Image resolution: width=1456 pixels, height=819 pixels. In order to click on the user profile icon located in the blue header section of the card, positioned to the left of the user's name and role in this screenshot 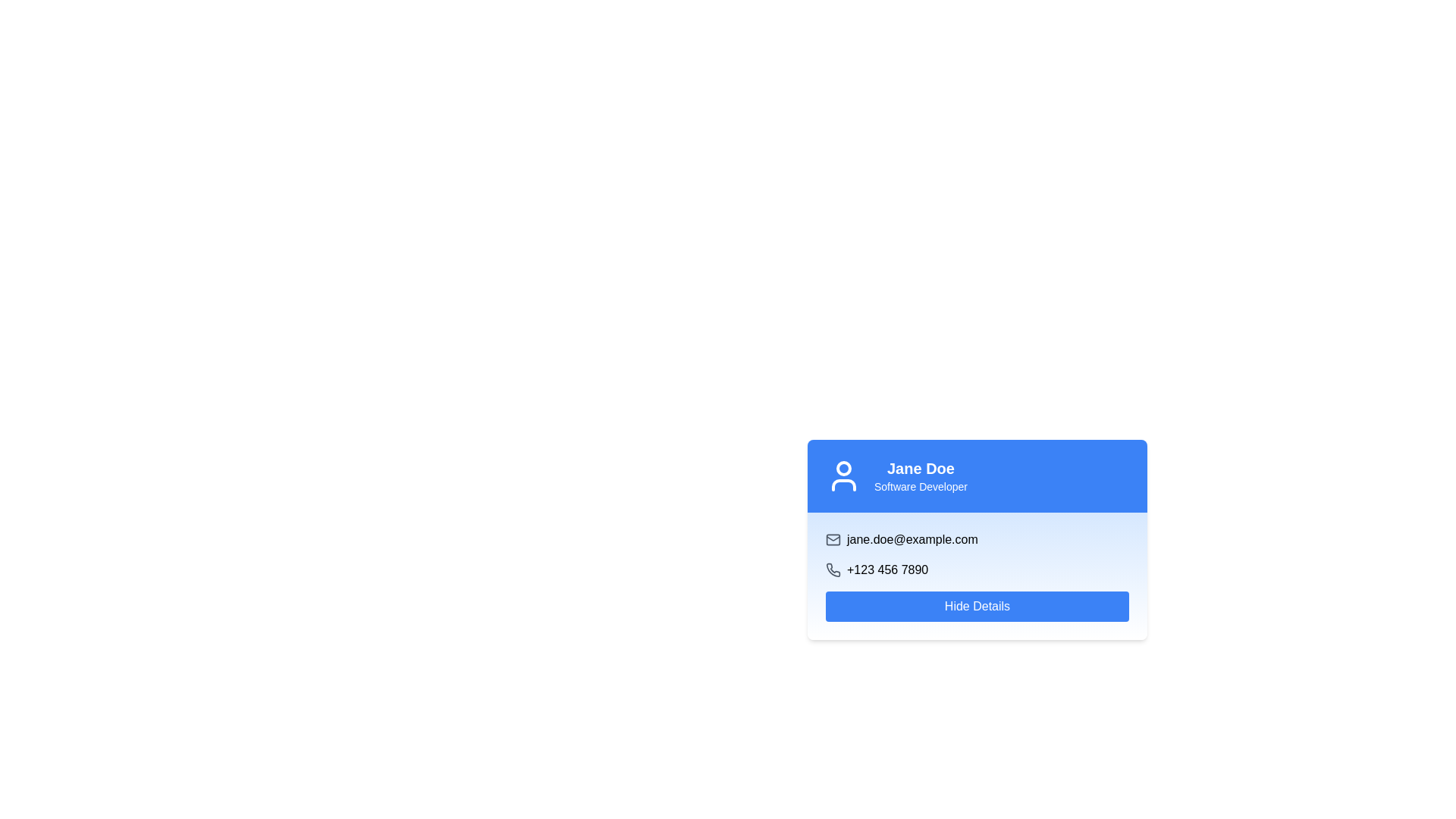, I will do `click(843, 475)`.